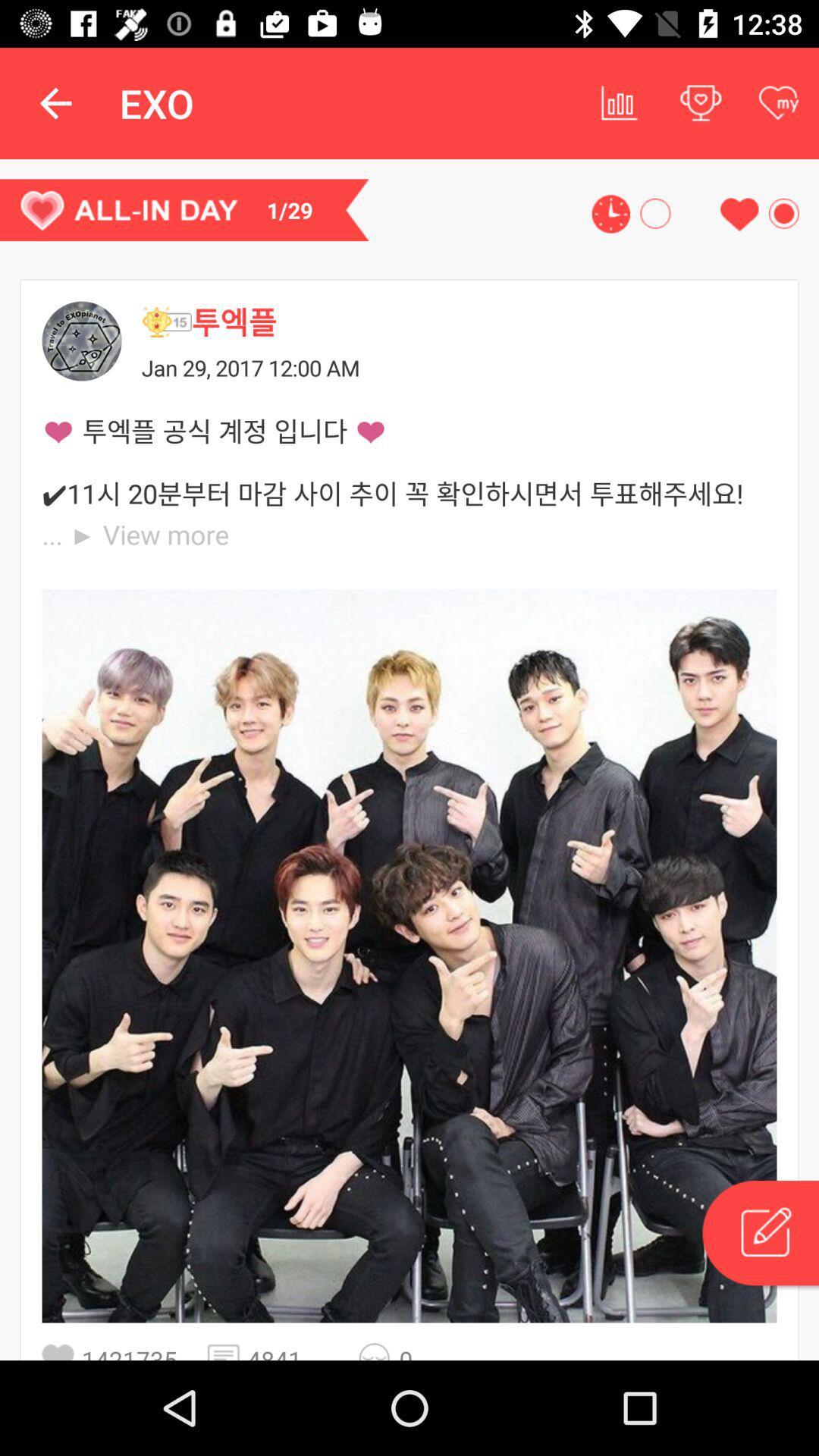 This screenshot has height=1456, width=819. I want to click on the item next to the 1421735, so click(227, 1351).